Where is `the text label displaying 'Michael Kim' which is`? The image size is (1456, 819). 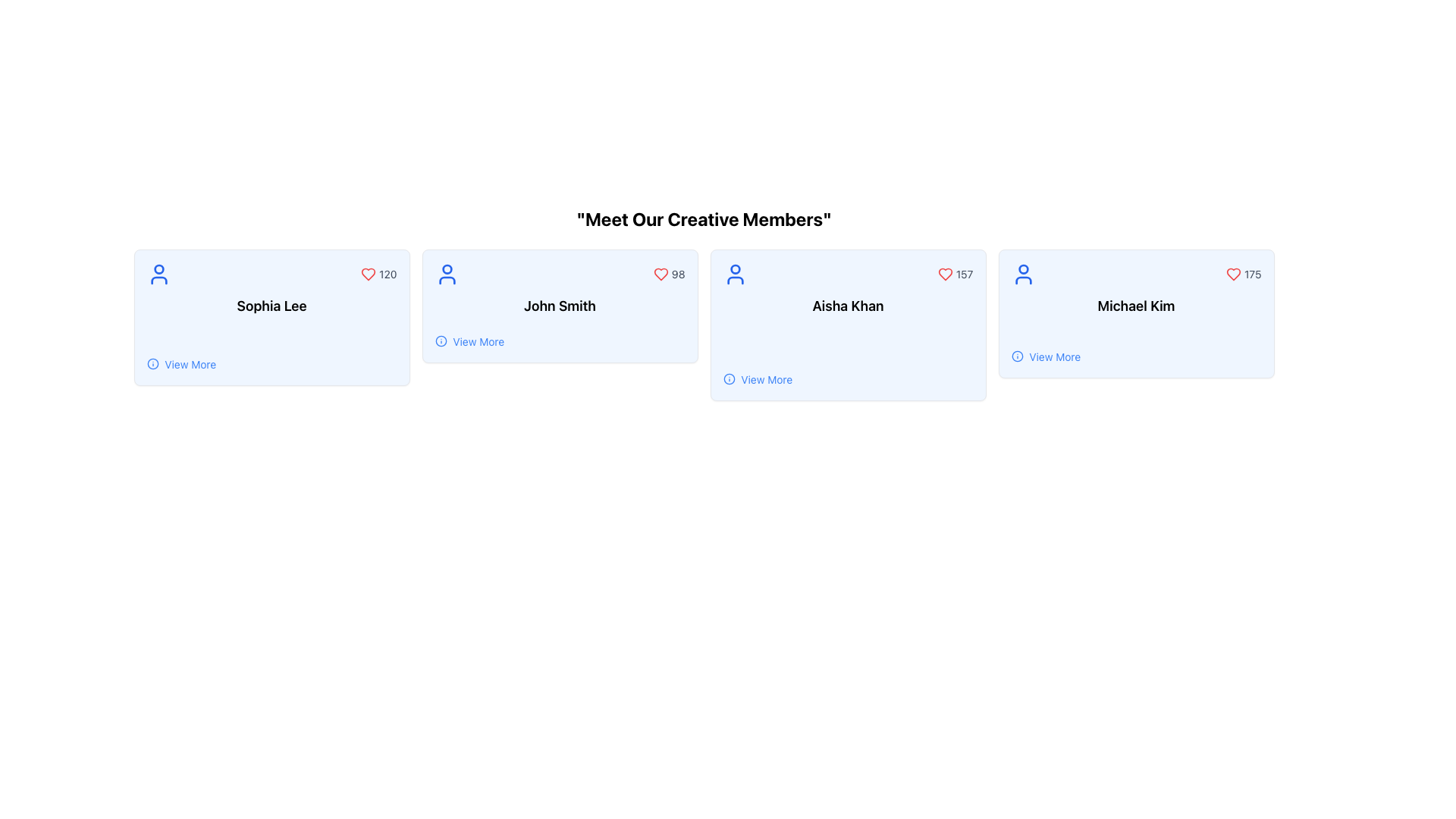 the text label displaying 'Michael Kim' which is is located at coordinates (1136, 306).